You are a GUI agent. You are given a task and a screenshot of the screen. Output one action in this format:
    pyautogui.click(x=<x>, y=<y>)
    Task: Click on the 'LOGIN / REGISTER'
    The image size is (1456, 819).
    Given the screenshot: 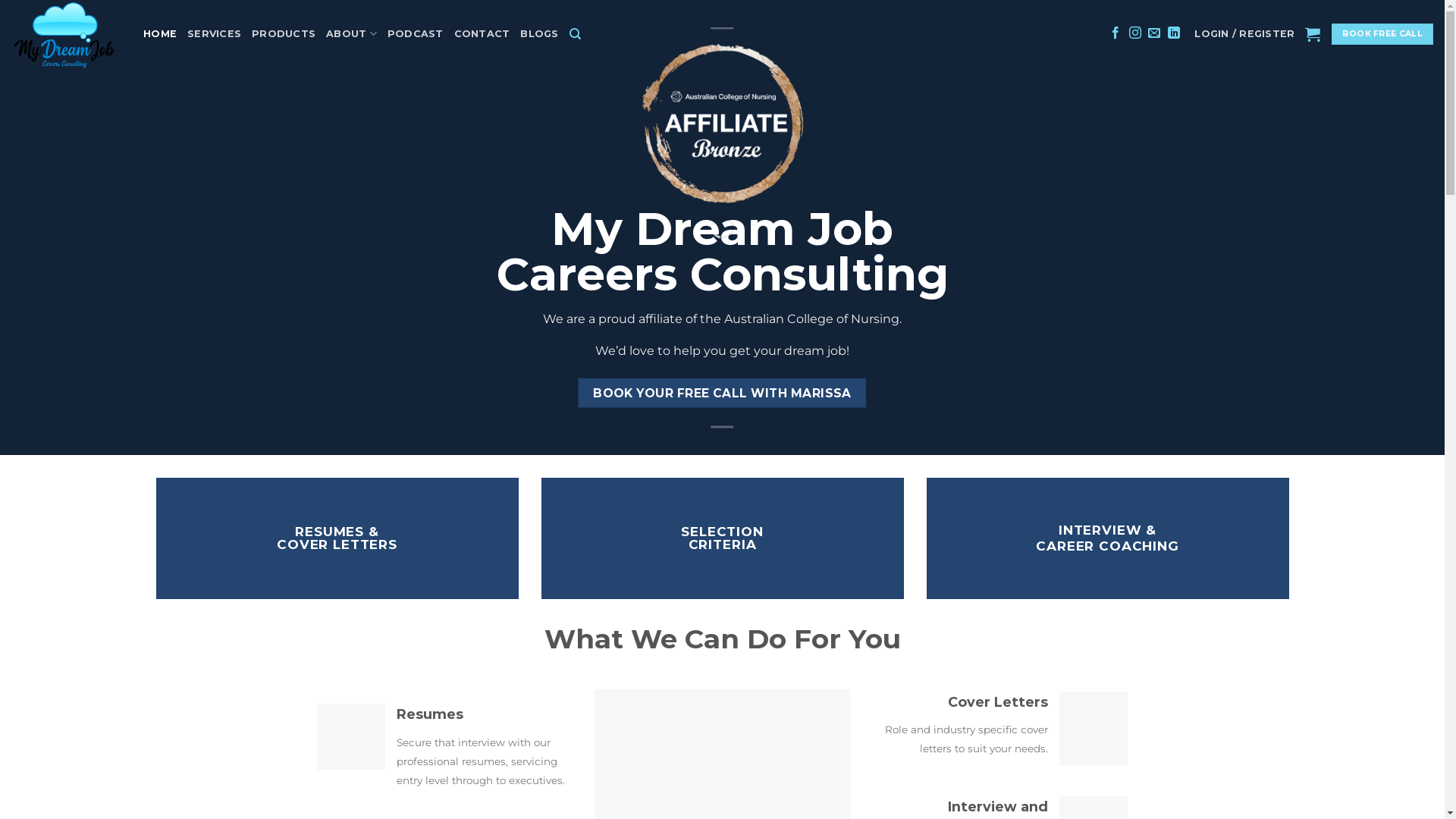 What is the action you would take?
    pyautogui.click(x=1244, y=34)
    